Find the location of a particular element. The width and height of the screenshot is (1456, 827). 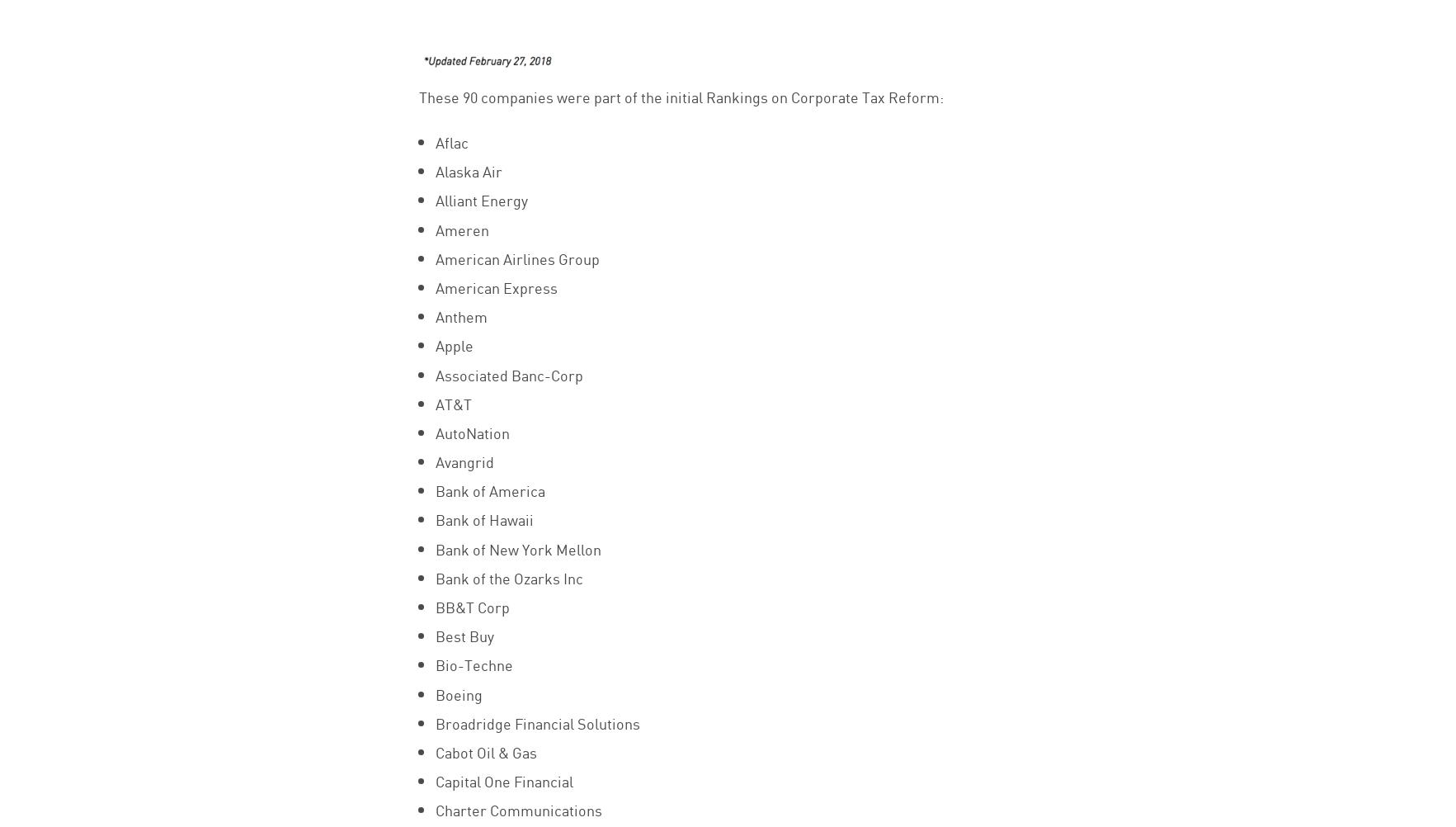

'Charter Communications' is located at coordinates (434, 808).